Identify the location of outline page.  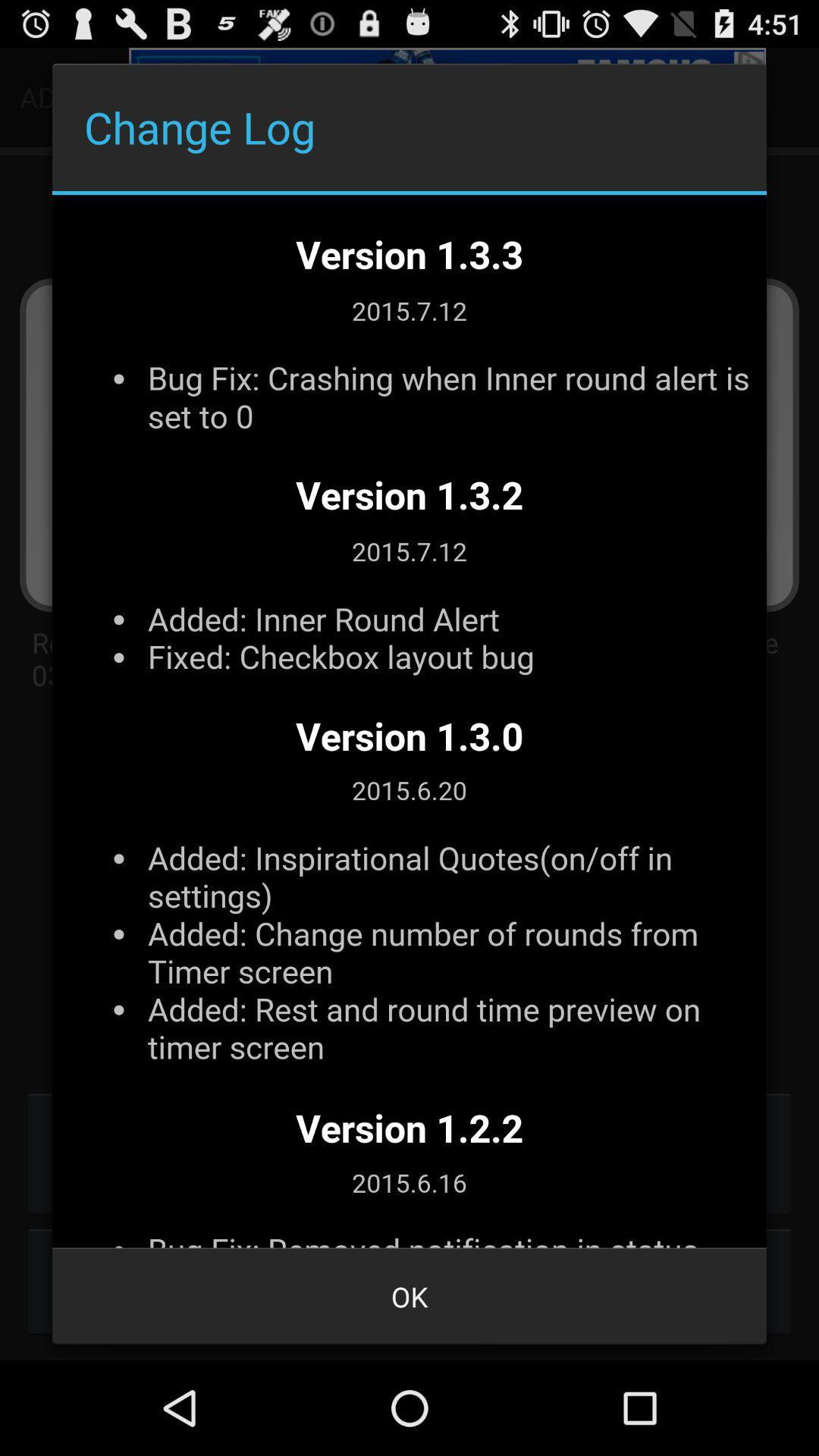
(409, 720).